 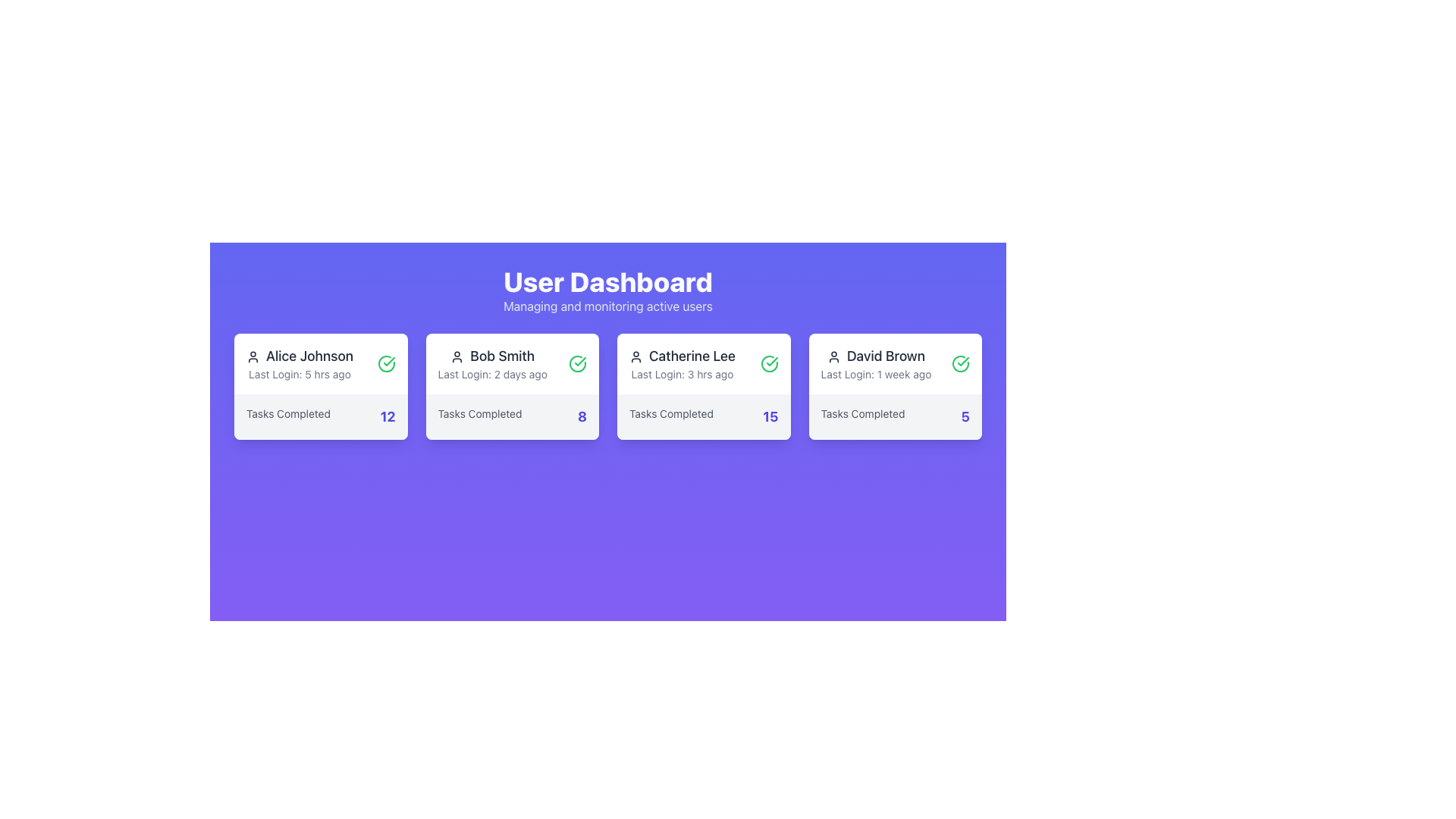 What do you see at coordinates (681, 356) in the screenshot?
I see `the first text label displaying the user's name, located in the third user information card under the 'User Dashboard', above the 'Last Login' field` at bounding box center [681, 356].